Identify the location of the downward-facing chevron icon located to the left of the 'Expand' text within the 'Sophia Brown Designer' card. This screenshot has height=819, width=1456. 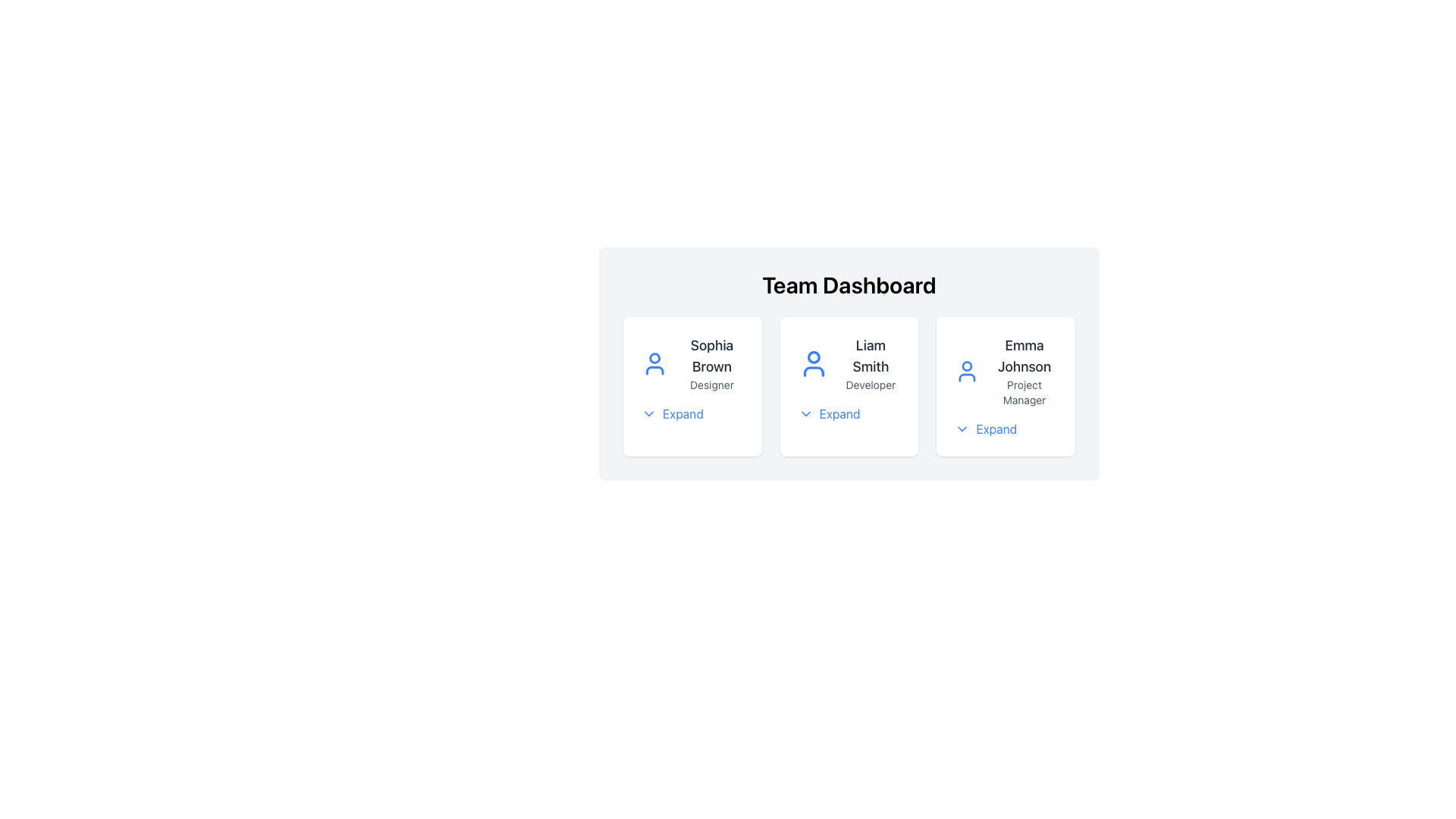
(648, 414).